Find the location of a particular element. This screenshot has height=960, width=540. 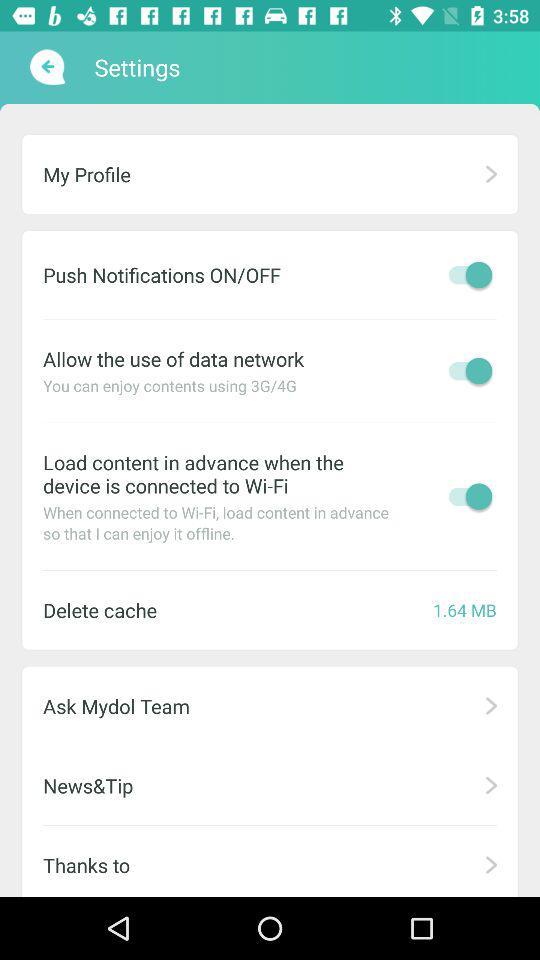

to turn wifi loading settings on or off is located at coordinates (465, 495).